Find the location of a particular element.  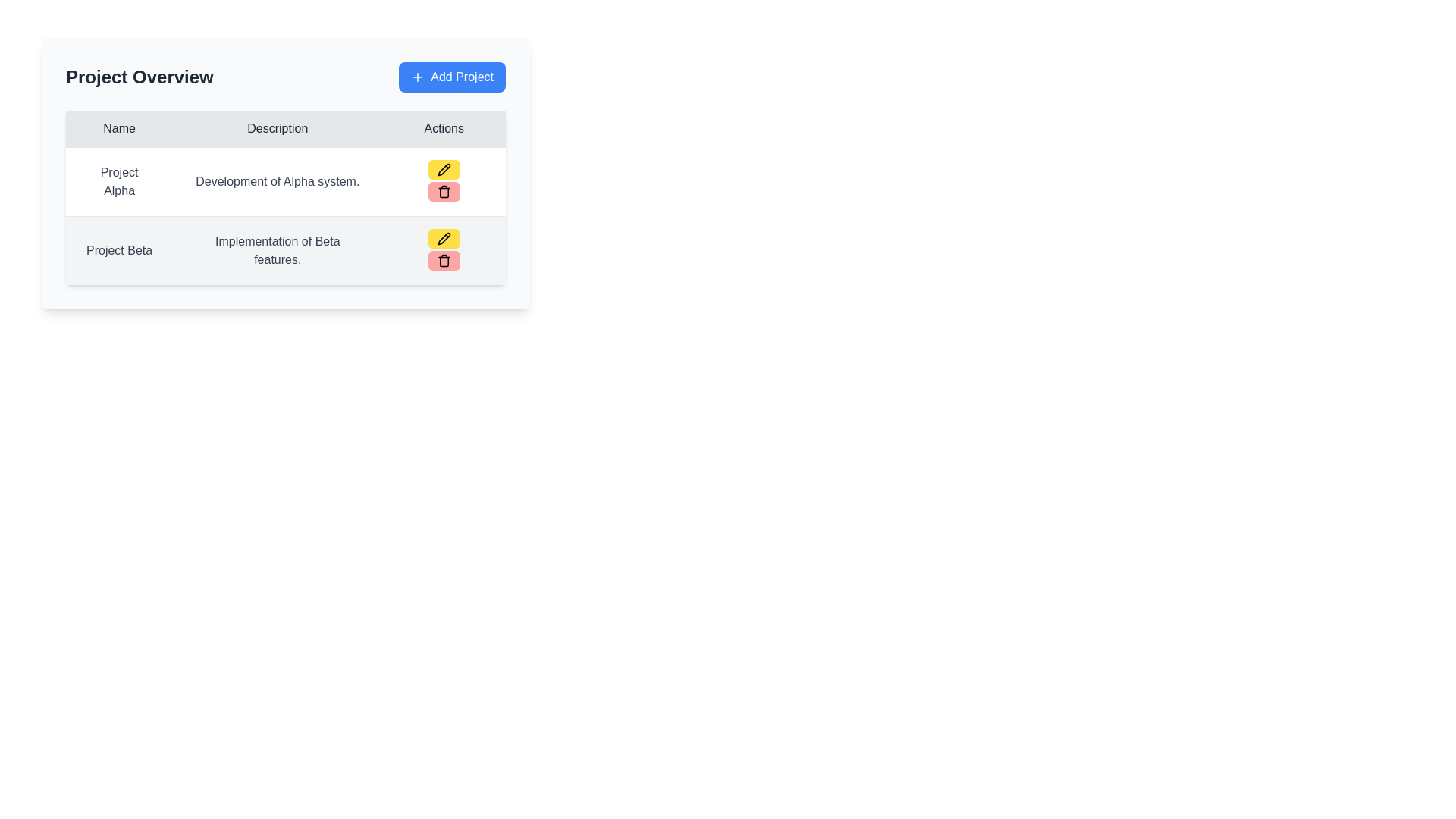

the descriptive text label in the 'Description' column of the table for 'Project Alpha', which provides details about the associated project is located at coordinates (278, 180).